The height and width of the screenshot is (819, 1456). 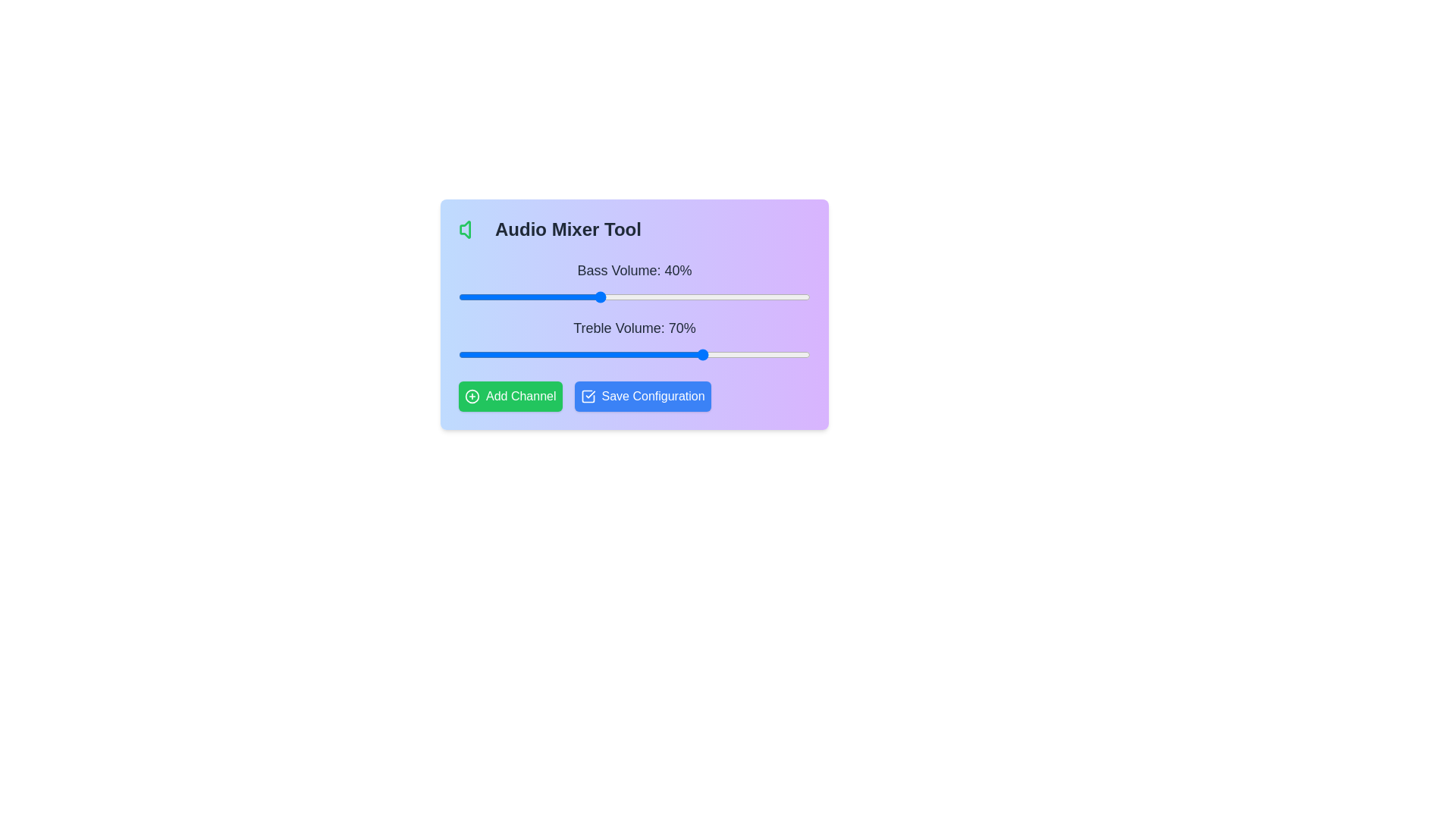 What do you see at coordinates (799, 354) in the screenshot?
I see `treble volume` at bounding box center [799, 354].